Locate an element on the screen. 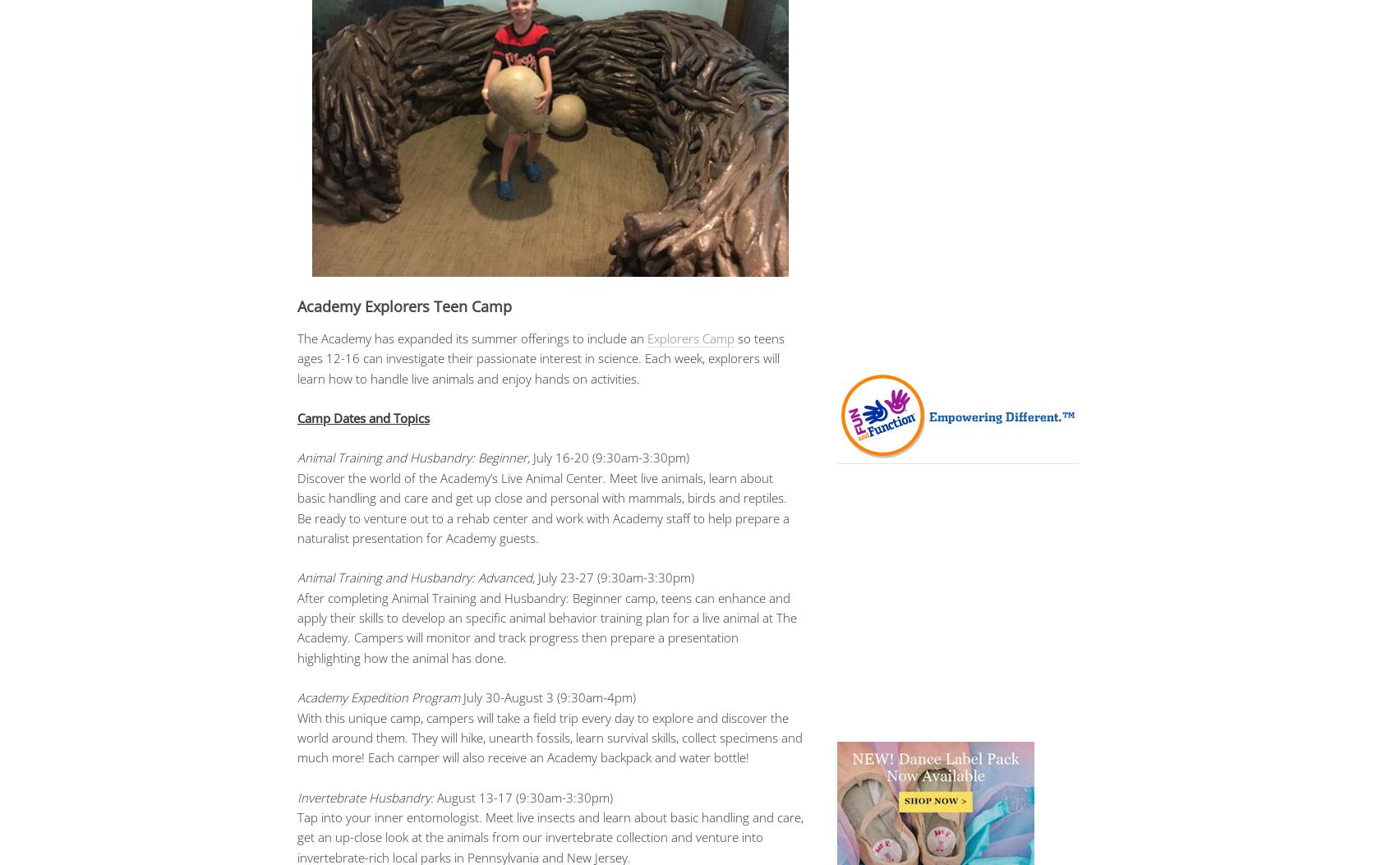 The width and height of the screenshot is (1400, 865). 'so teens ages 12-16 can investigate their passionate interest in science. Each week, explorers will learn how to handle live animals and enjoy hands on activities.' is located at coordinates (540, 357).